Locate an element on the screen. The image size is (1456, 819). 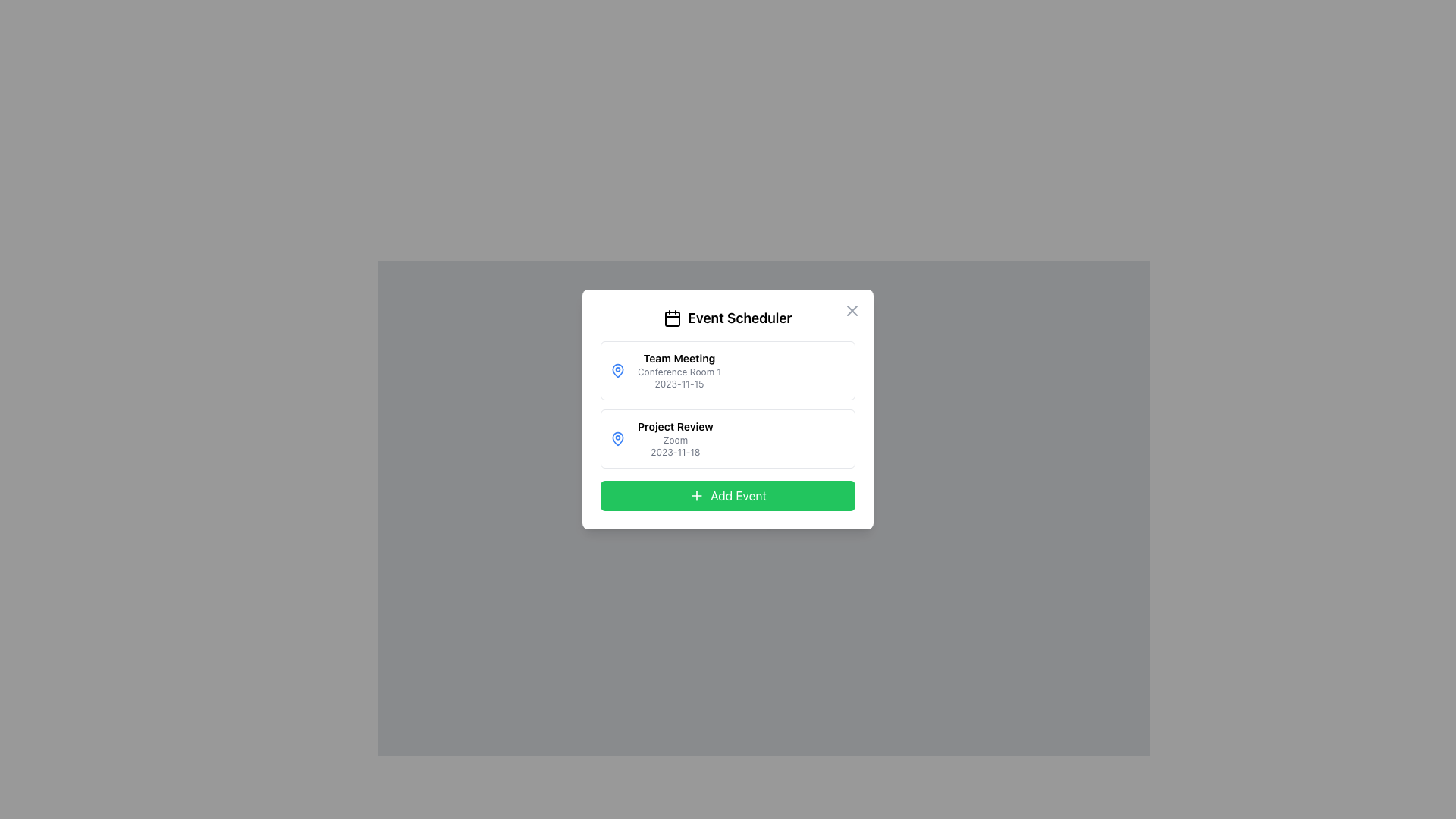
the first event item card in the 'Event Scheduler' interface which displays the title 'Team Meeting', location 'Conference Room 1', and date '2023-11-15' is located at coordinates (728, 371).